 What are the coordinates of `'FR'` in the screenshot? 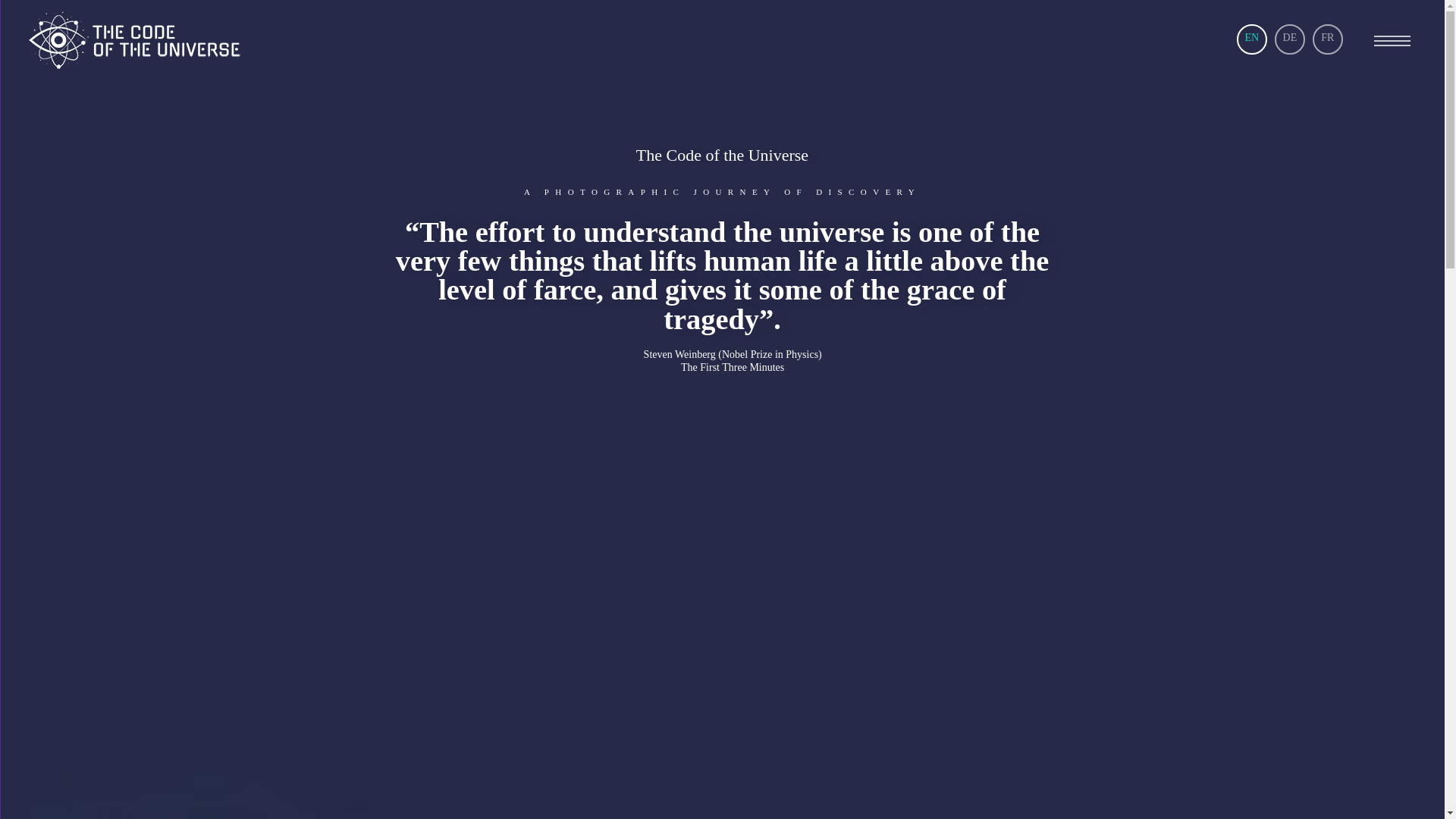 It's located at (1327, 36).